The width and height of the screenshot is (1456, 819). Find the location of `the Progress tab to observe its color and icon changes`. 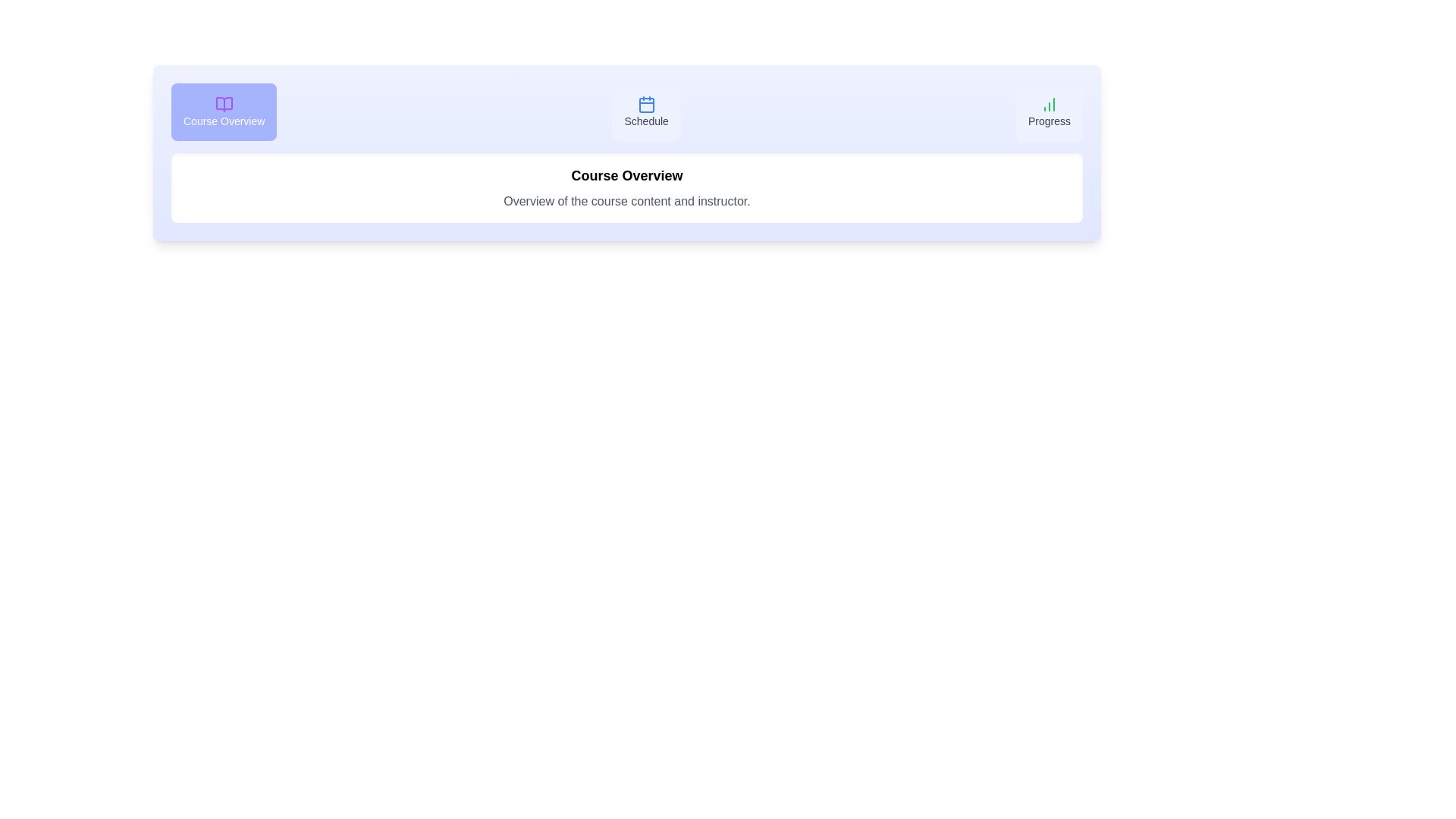

the Progress tab to observe its color and icon changes is located at coordinates (1047, 111).